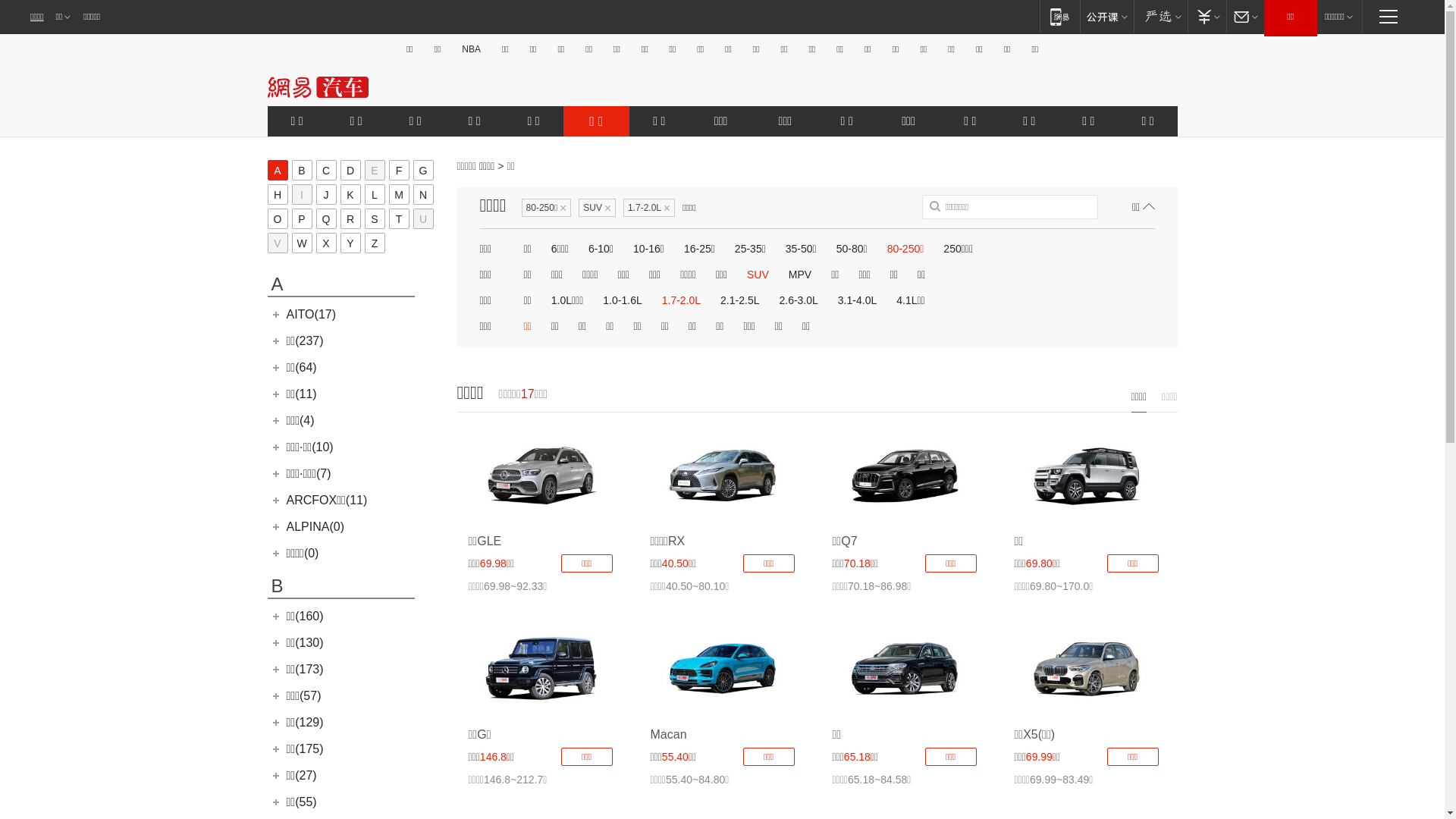 The image size is (1456, 819). What do you see at coordinates (622, 300) in the screenshot?
I see `'1.0-1.6L'` at bounding box center [622, 300].